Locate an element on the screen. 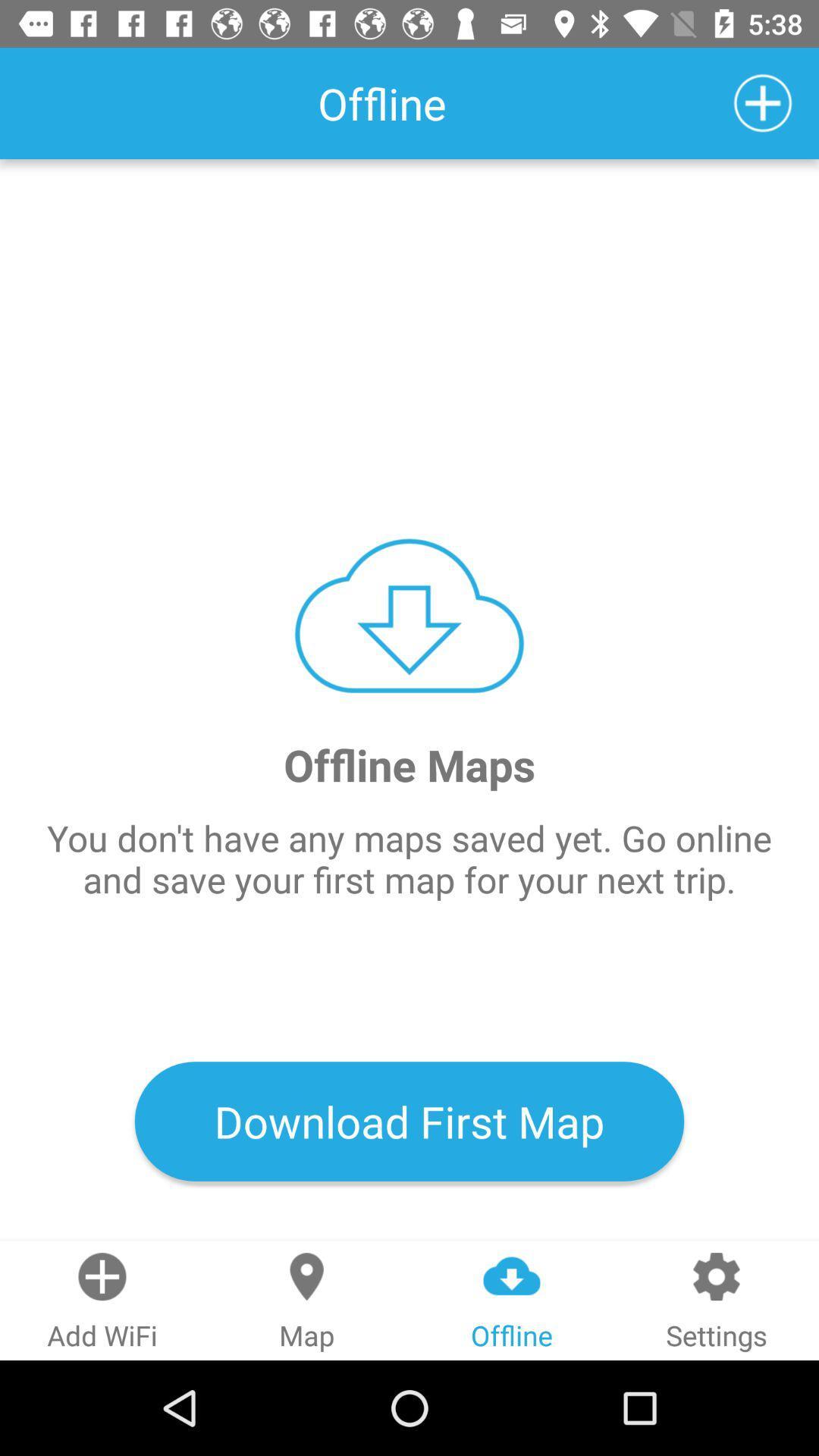 The width and height of the screenshot is (819, 1456). settings icon is located at coordinates (717, 1300).